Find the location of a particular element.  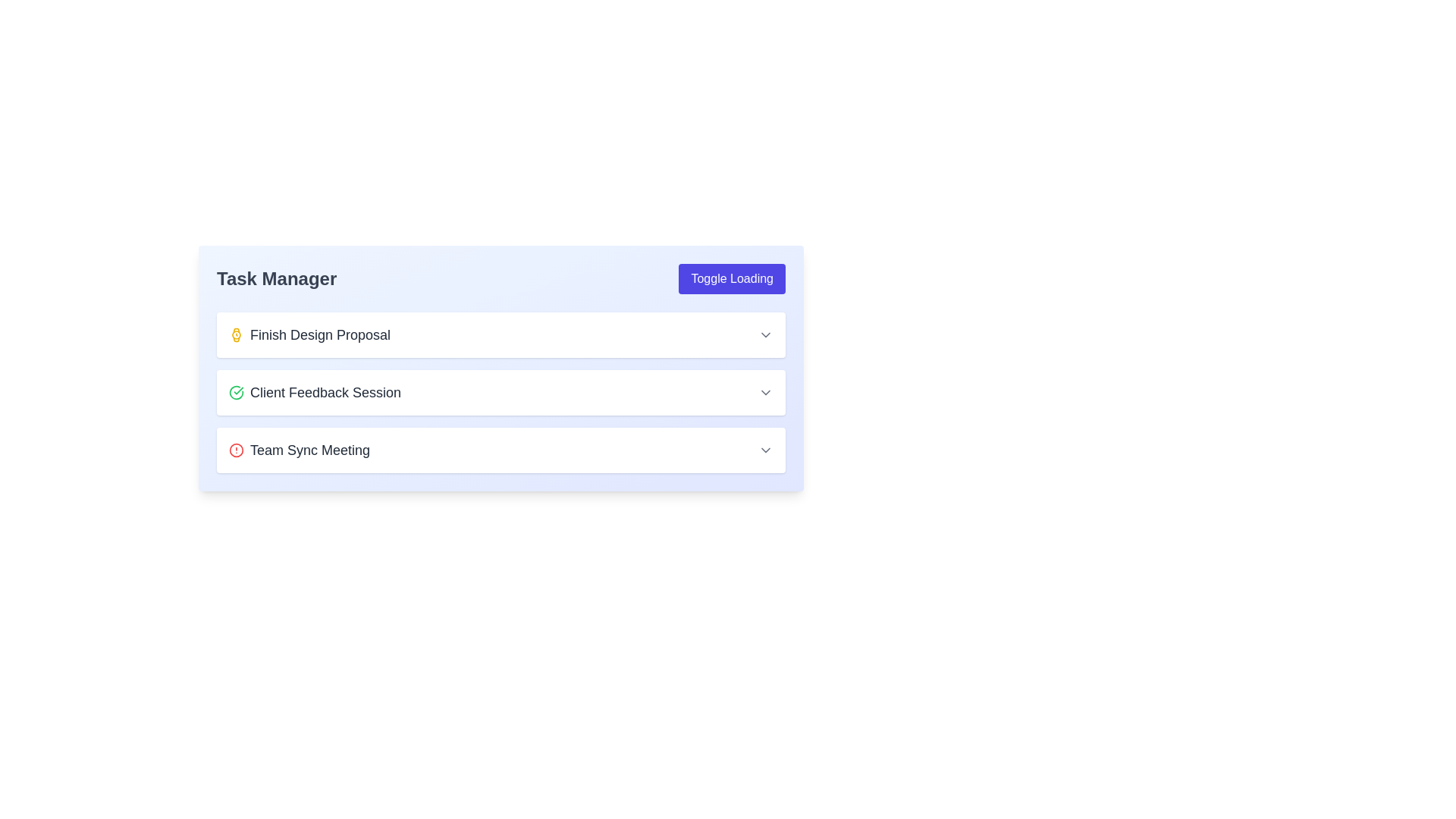

the small, distinctive circular watch icon, styled in bright yellow, located to the left of the text 'Finish Design Proposal' in the task list is located at coordinates (236, 334).